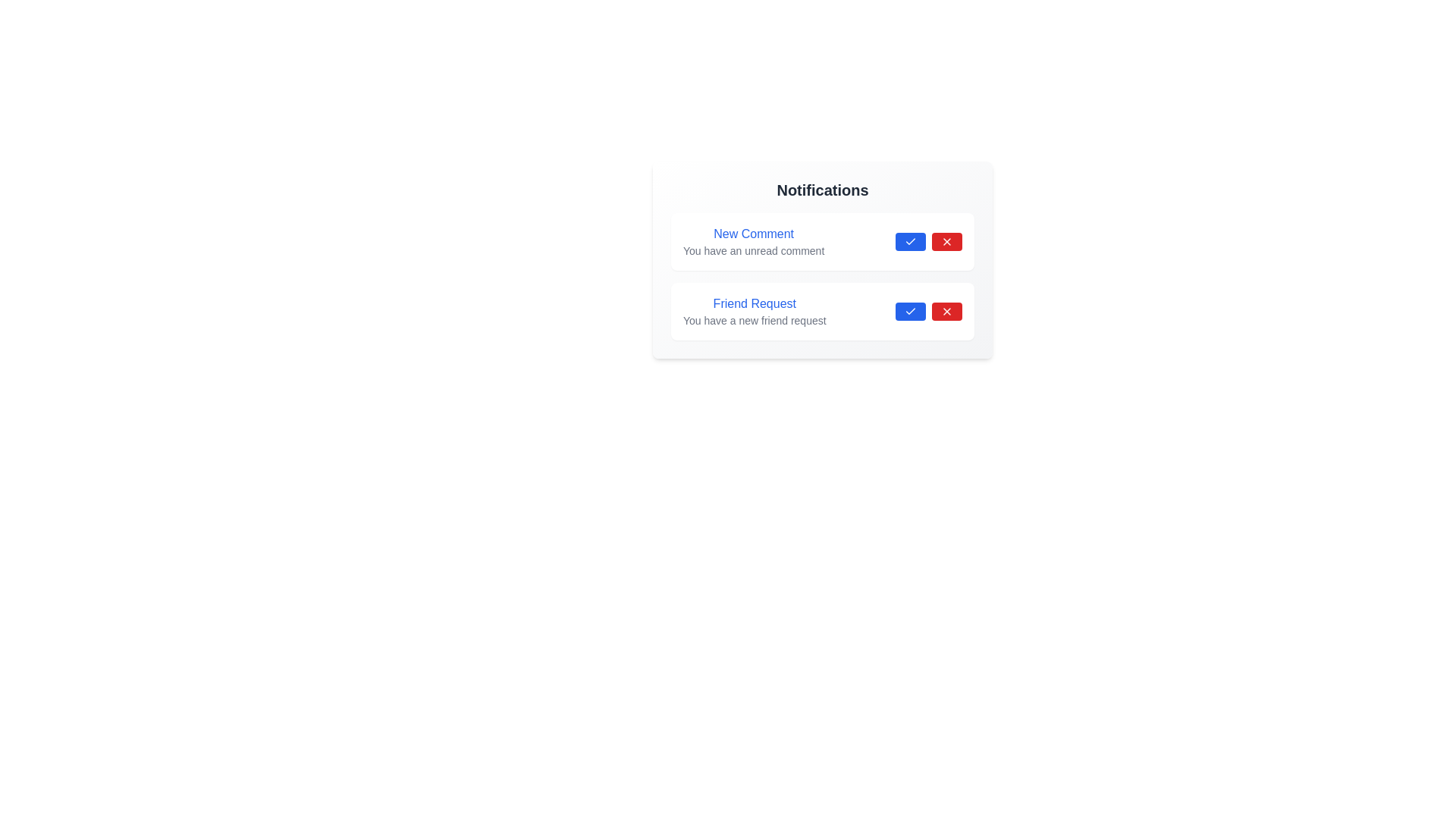 The image size is (1456, 819). Describe the element at coordinates (910, 311) in the screenshot. I see `the rectangular button with rounded corners, blue background, and white text, which includes a checkmark icon` at that location.